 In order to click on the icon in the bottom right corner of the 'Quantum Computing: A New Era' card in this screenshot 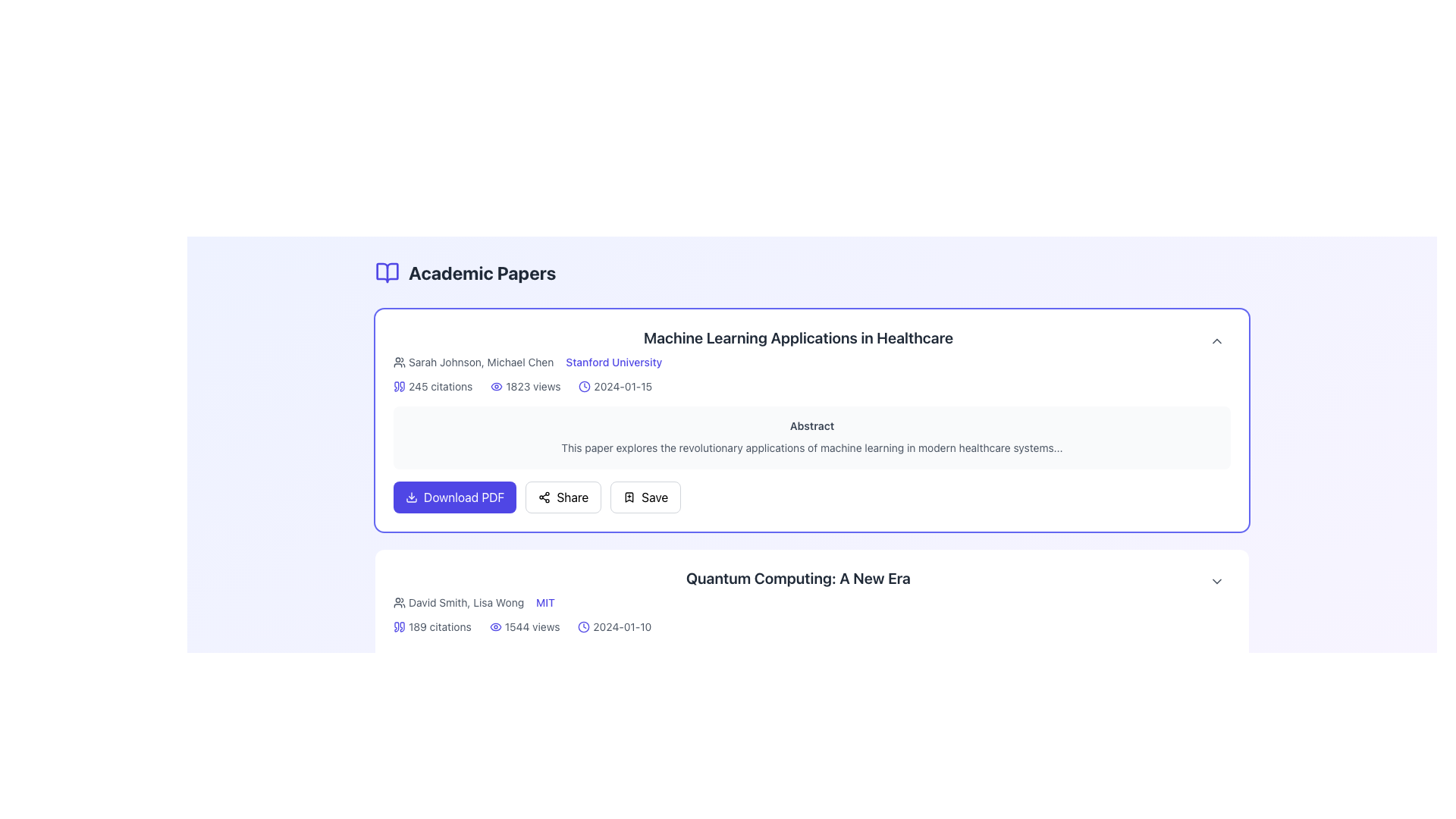, I will do `click(1216, 580)`.